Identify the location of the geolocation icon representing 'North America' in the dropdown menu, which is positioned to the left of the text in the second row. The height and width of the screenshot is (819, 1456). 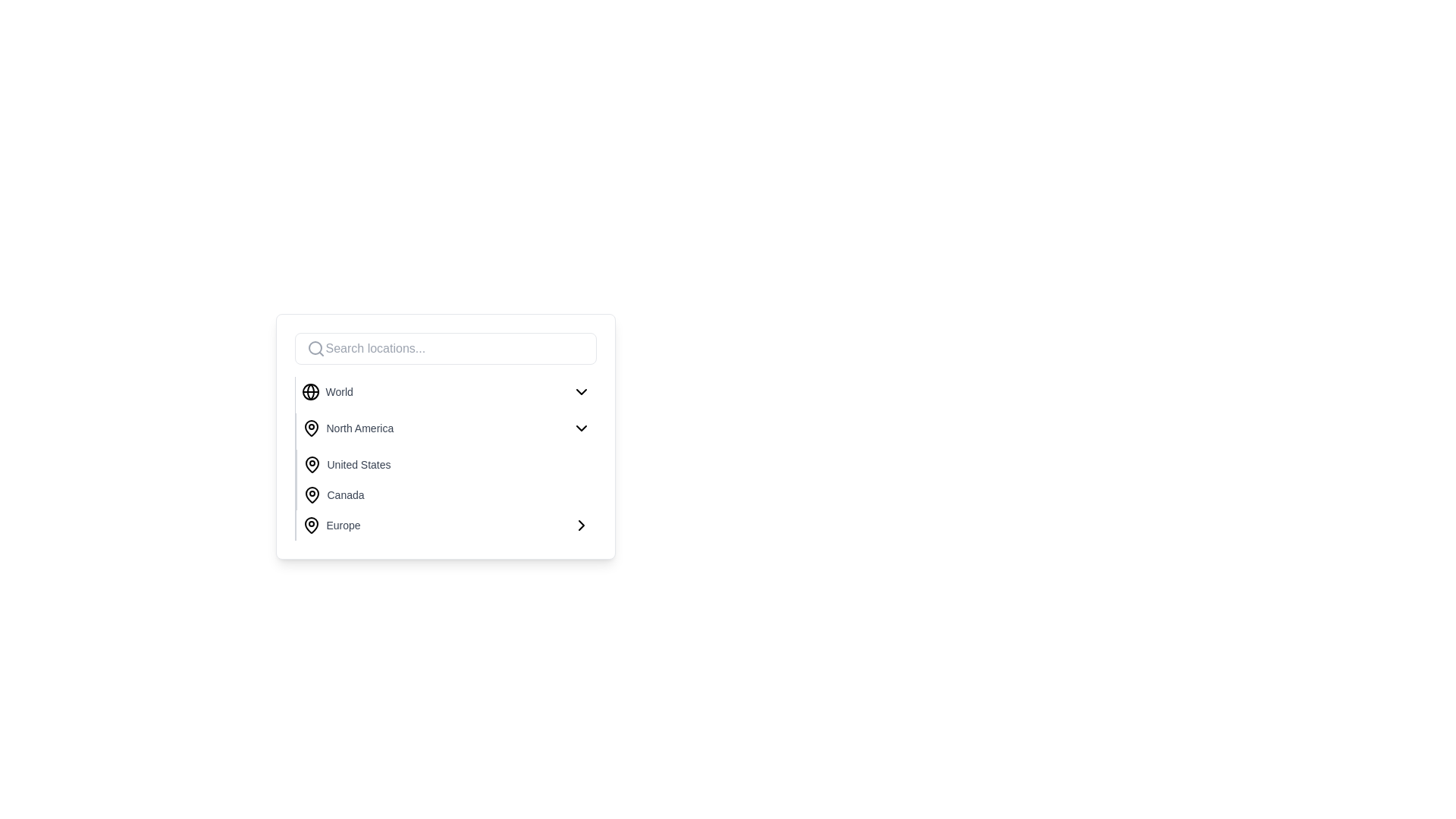
(310, 428).